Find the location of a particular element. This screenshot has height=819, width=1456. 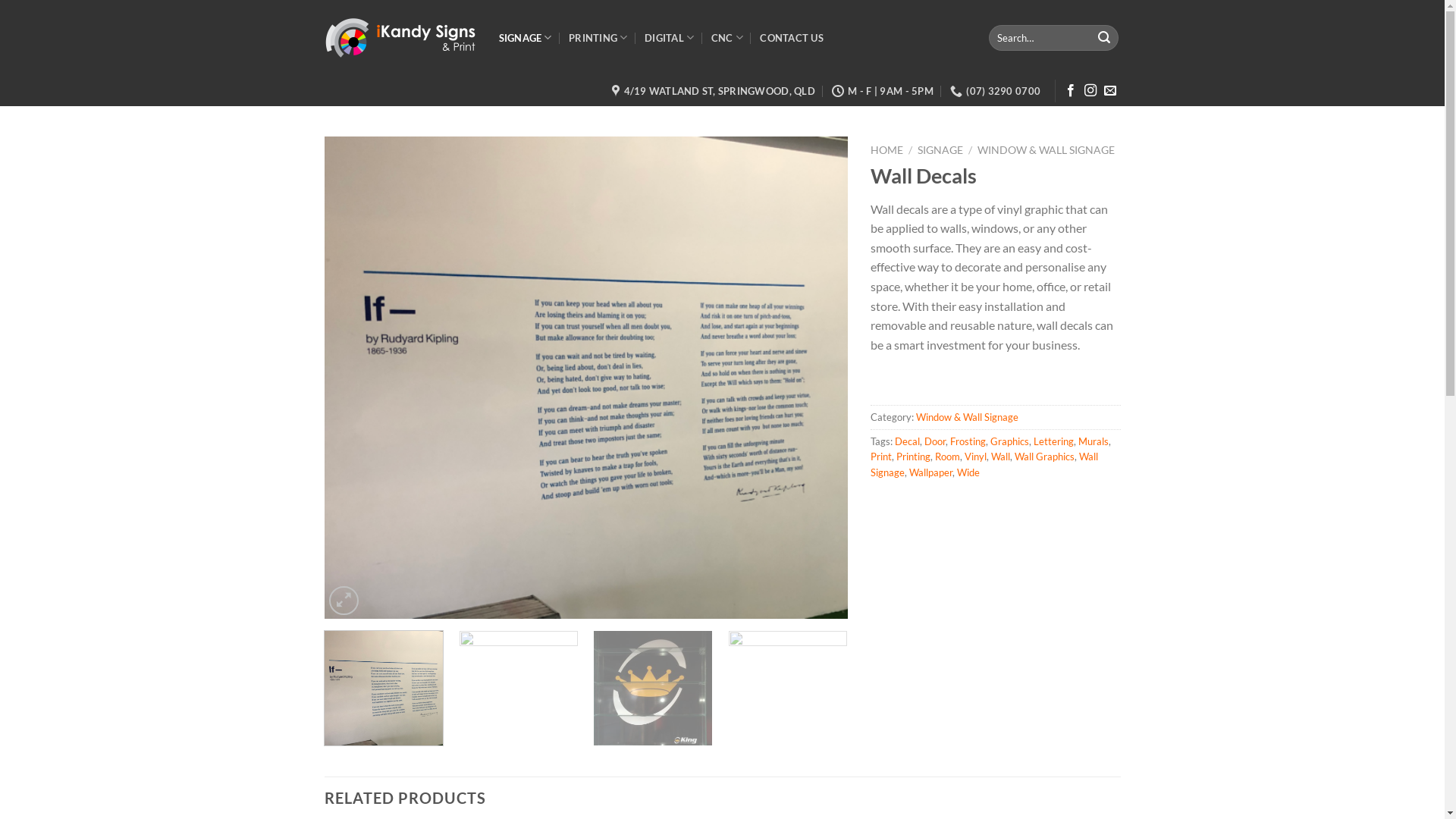

'PRINTING' is located at coordinates (597, 36).